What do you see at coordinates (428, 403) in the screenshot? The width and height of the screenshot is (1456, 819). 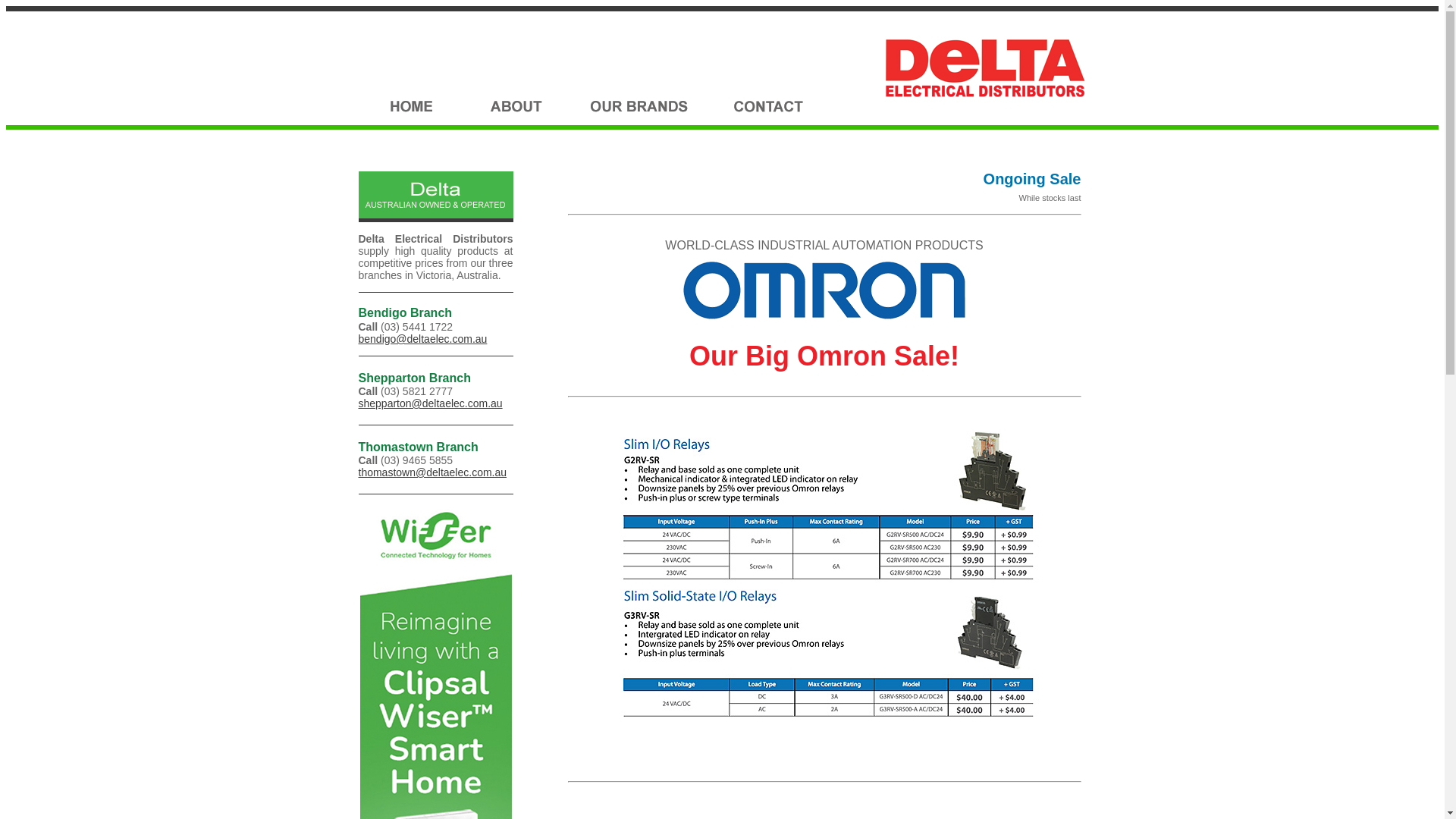 I see `'shepparton@deltaelec.com.au'` at bounding box center [428, 403].